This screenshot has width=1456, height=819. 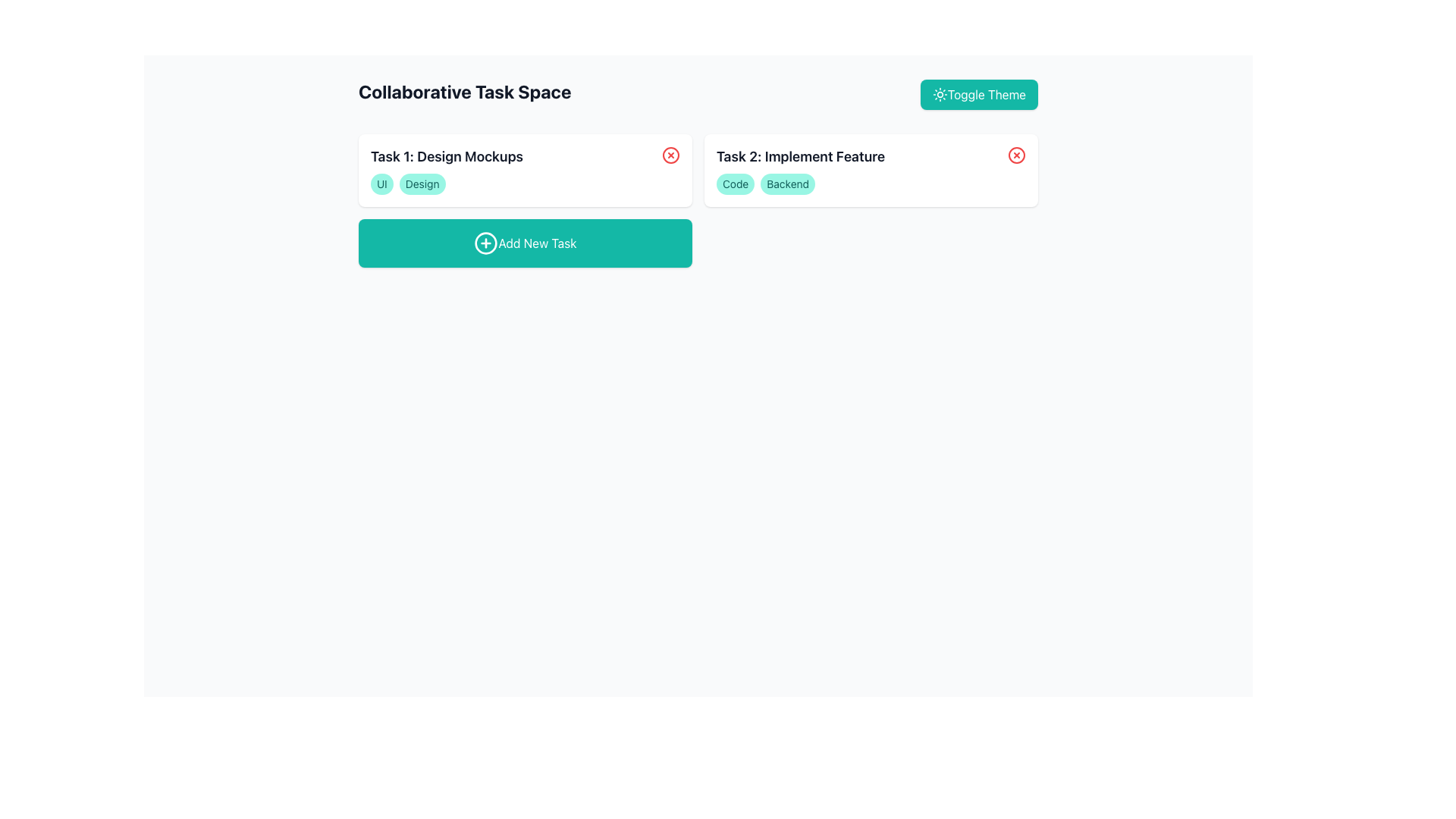 I want to click on the delete icon button located at the far-right end of the task card labeled 'Task 1: Design Mockups', so click(x=670, y=155).